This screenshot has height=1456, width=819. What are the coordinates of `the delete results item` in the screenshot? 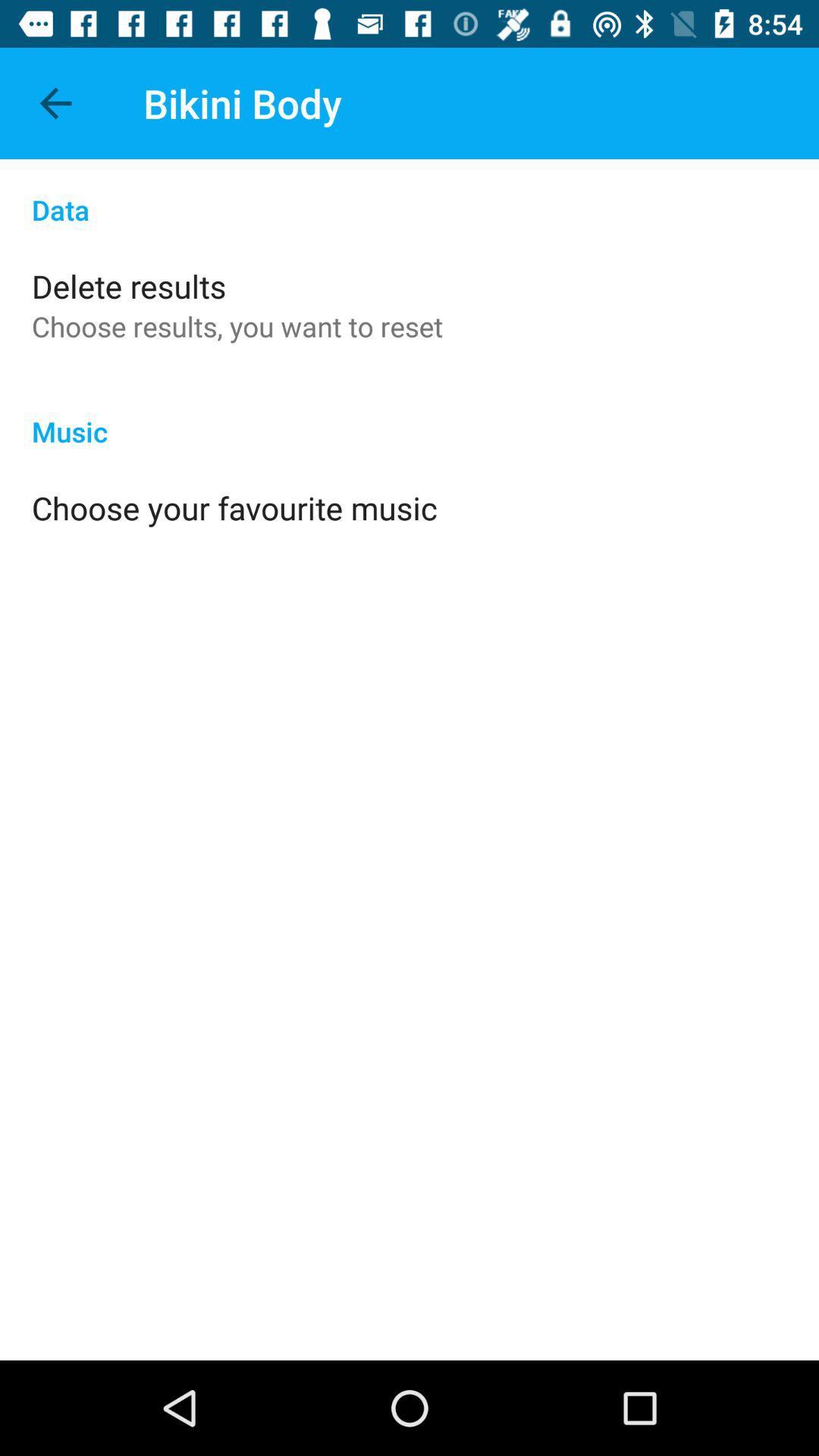 It's located at (128, 286).